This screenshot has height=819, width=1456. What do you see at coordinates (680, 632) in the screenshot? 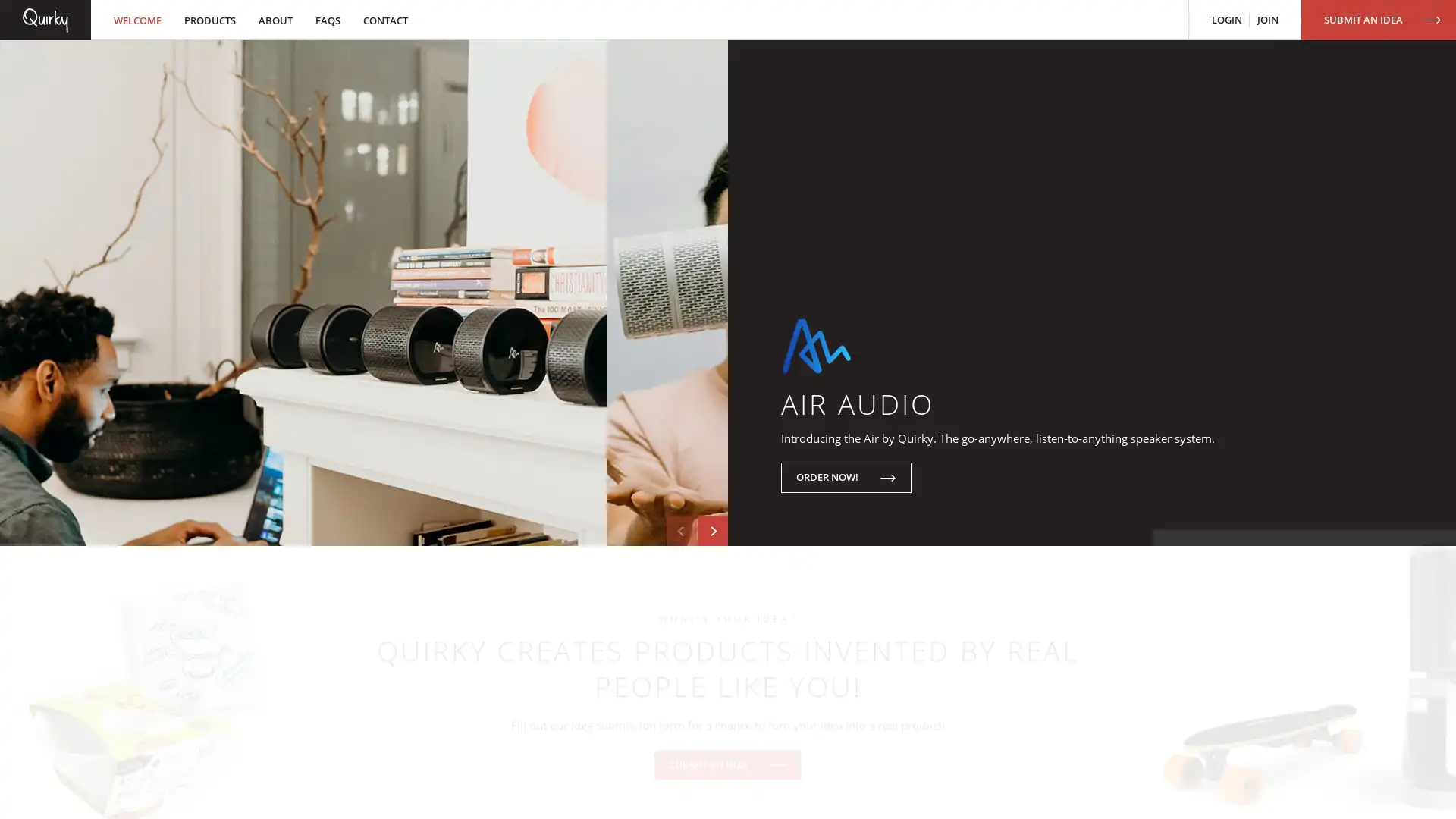
I see `Previous` at bounding box center [680, 632].